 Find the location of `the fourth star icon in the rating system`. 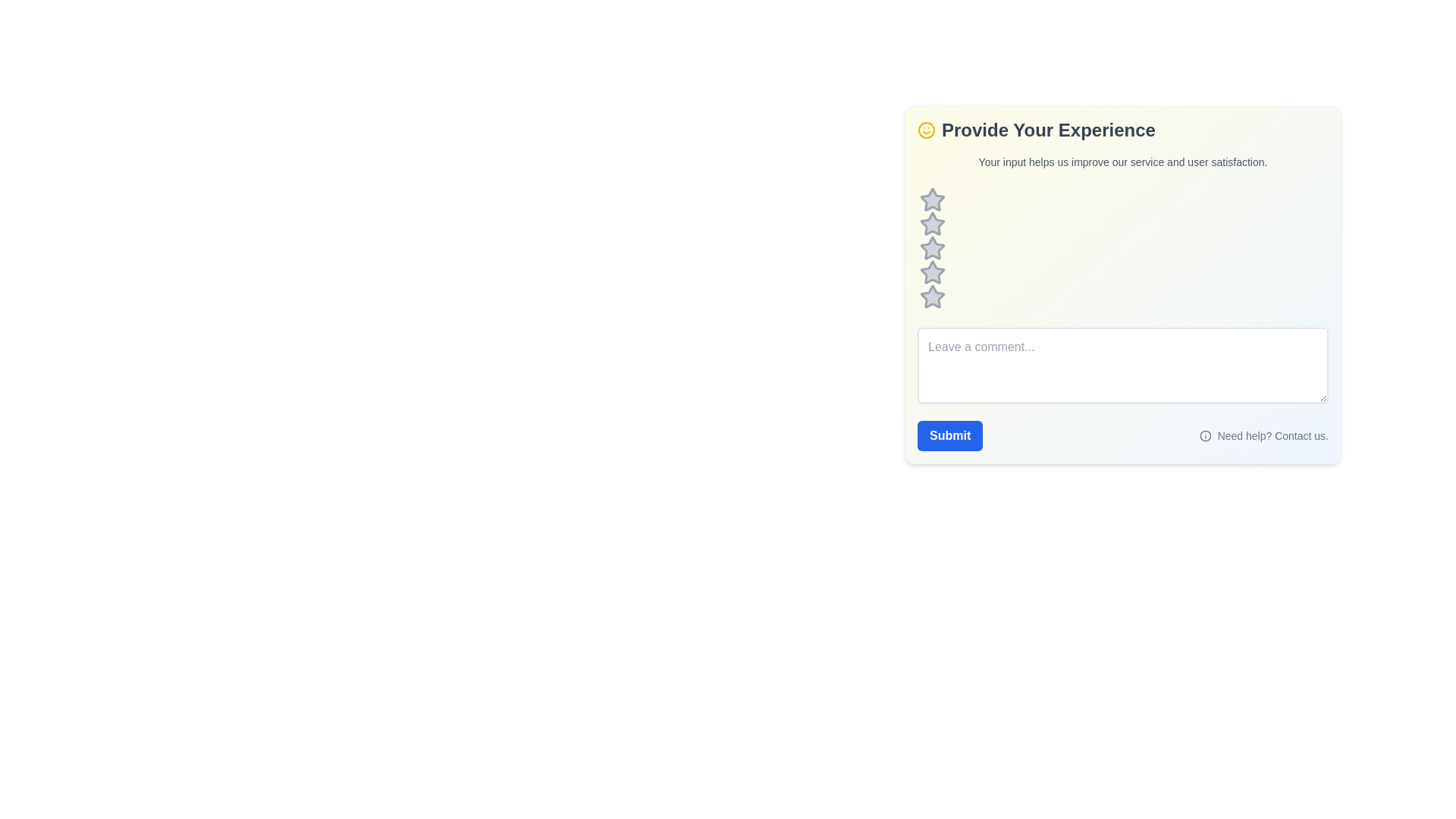

the fourth star icon in the rating system is located at coordinates (931, 271).